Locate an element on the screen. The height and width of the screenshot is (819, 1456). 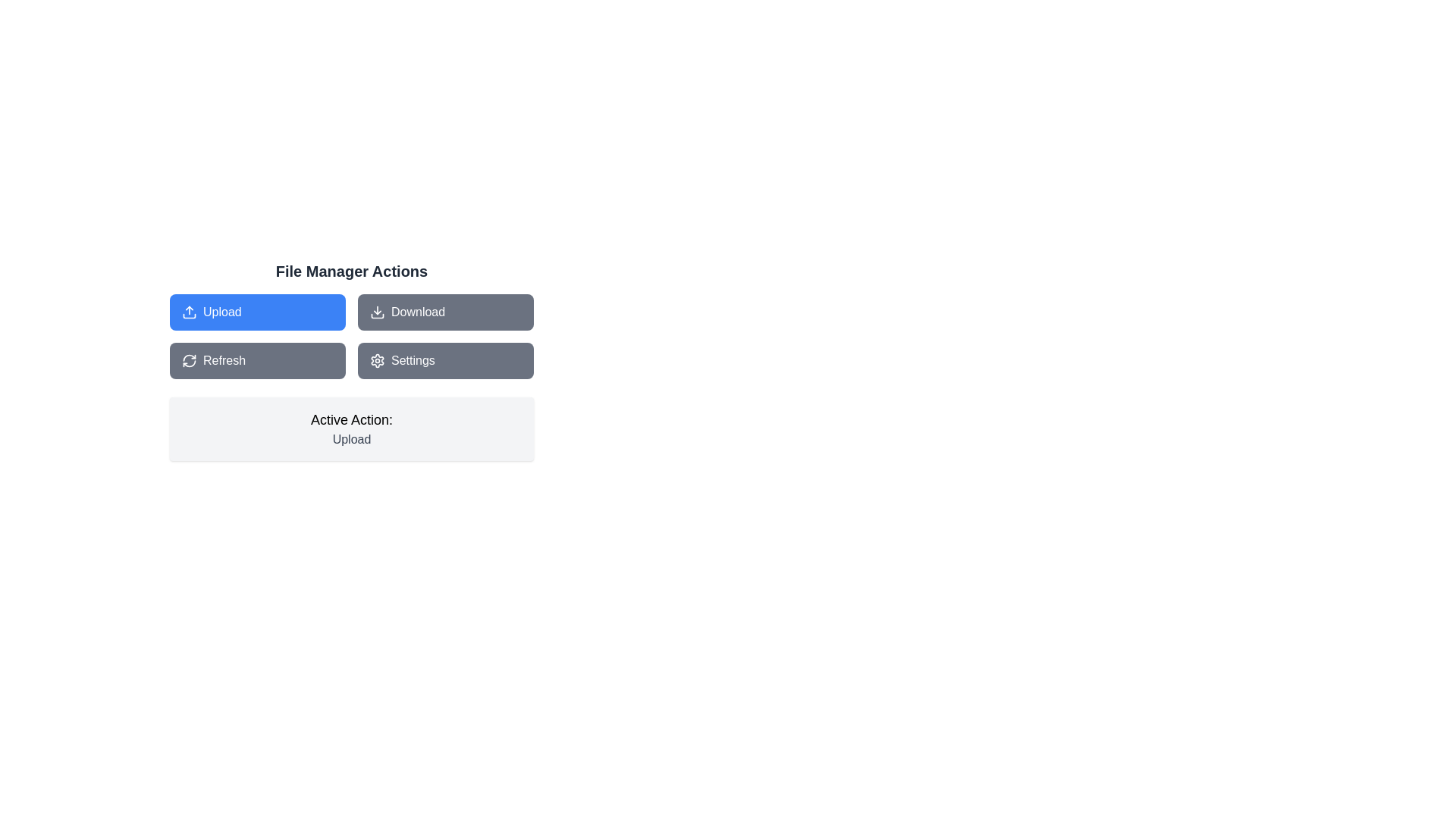
the text label displaying 'Active Action:' which is styled in bold black text on a light gray background, located near the top of the information box is located at coordinates (351, 420).